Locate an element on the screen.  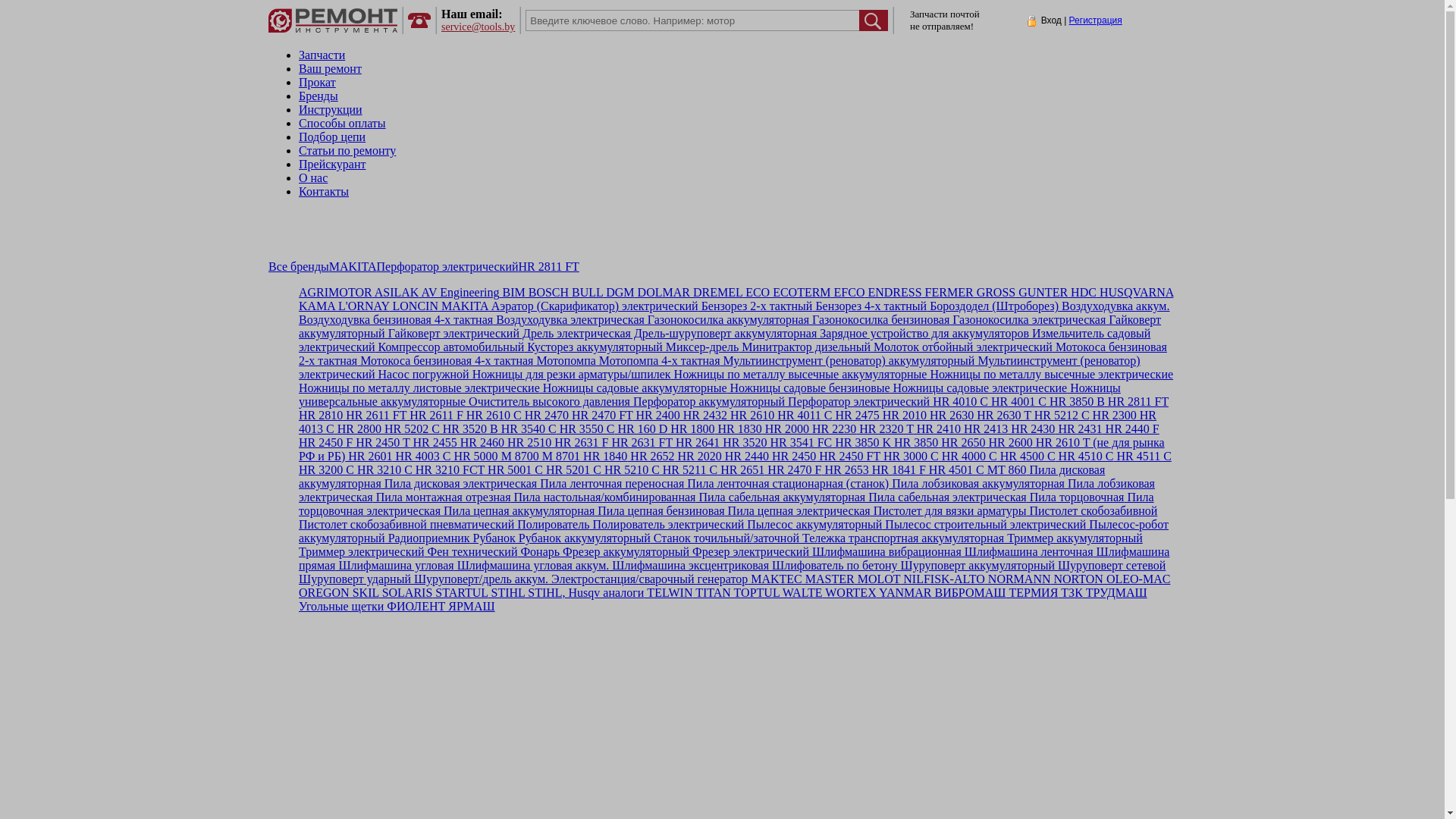
'HR 3000 C' is located at coordinates (909, 455).